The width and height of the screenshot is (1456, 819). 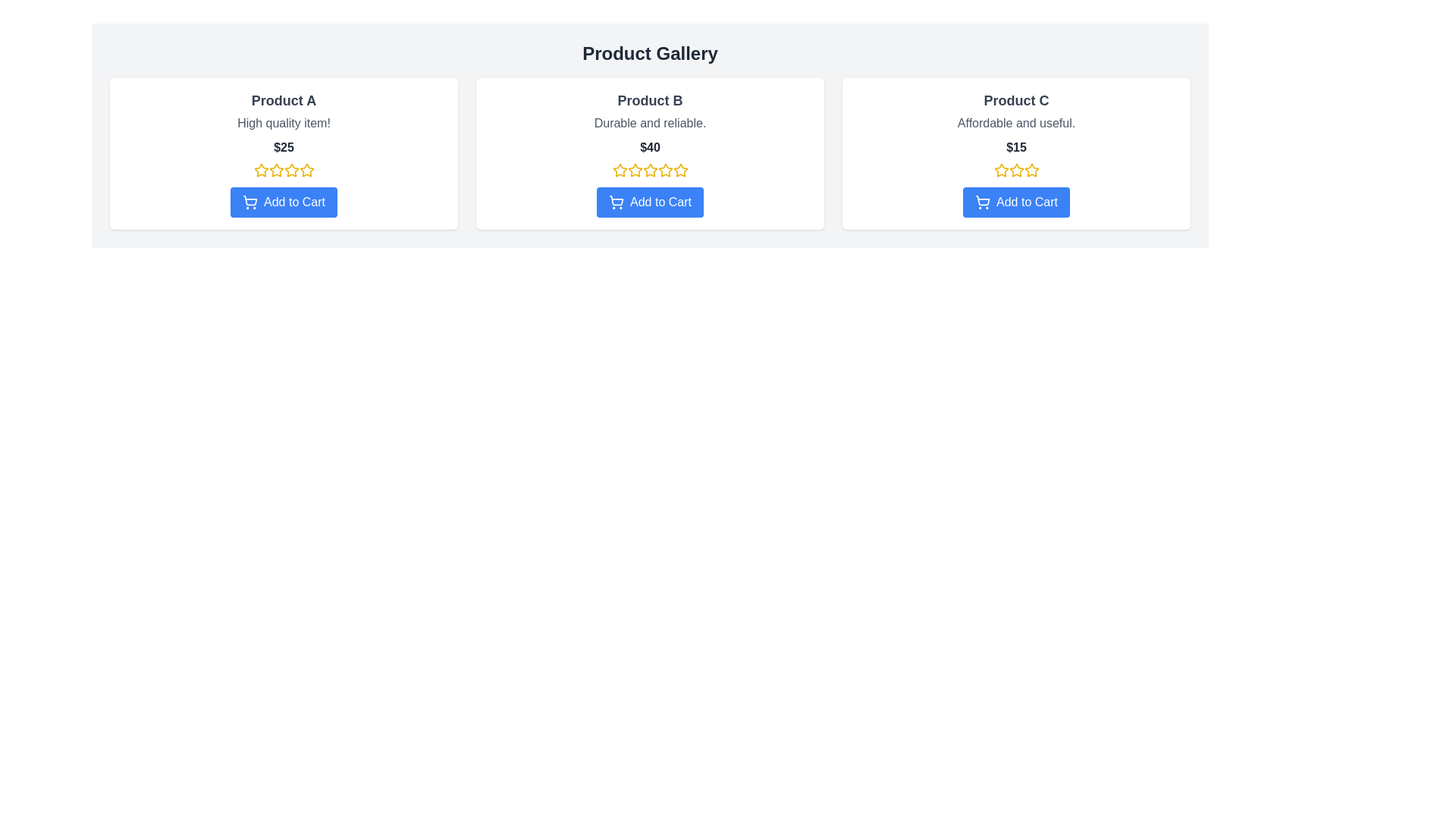 I want to click on the first star icon of the rating system for 'Product A', which is visually represented as a star shape and located between the '$25' text and the 'Add to Cart' button, so click(x=261, y=170).